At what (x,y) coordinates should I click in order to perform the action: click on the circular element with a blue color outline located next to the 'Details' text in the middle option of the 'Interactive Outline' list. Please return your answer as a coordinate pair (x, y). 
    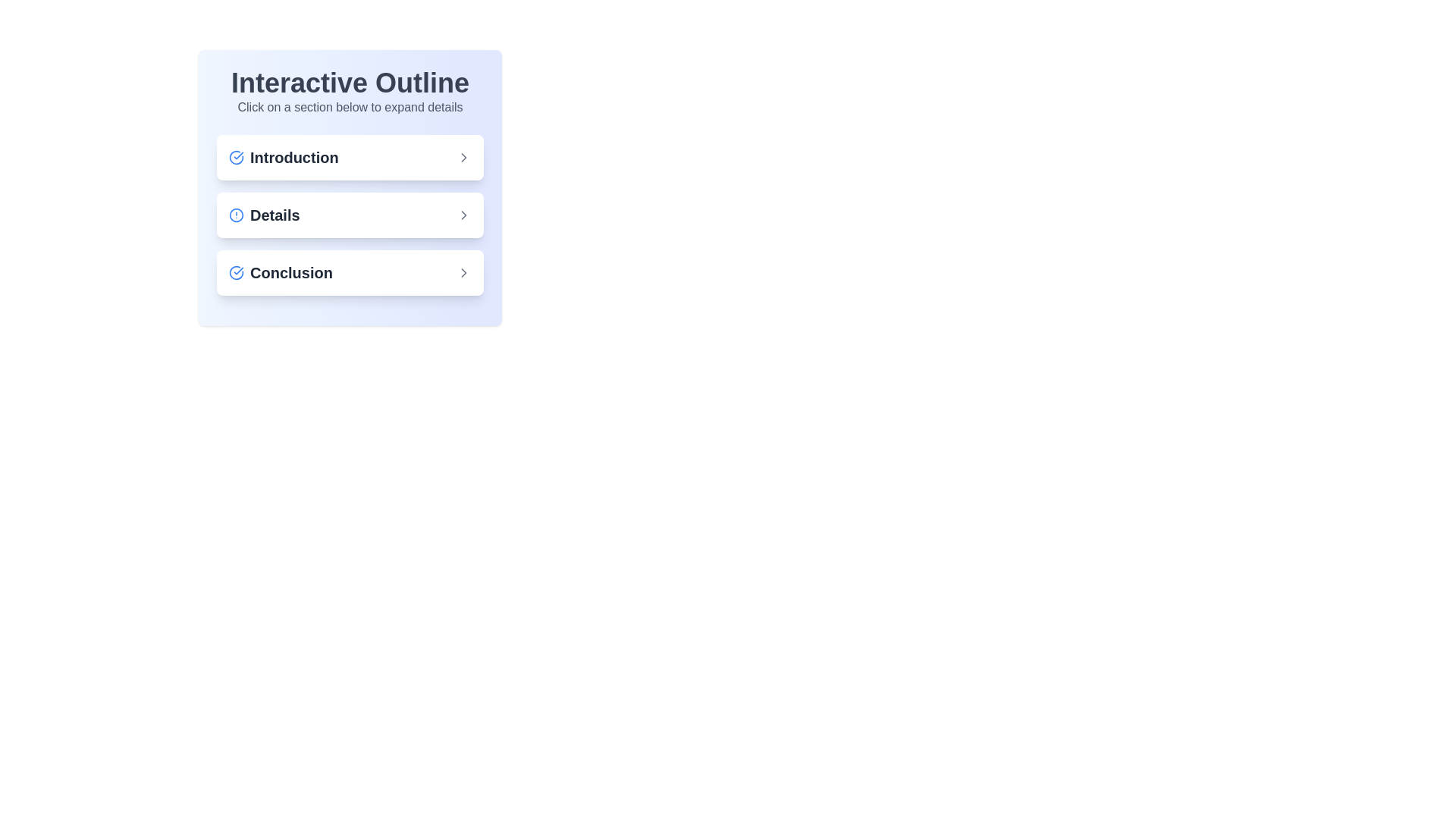
    Looking at the image, I should click on (236, 215).